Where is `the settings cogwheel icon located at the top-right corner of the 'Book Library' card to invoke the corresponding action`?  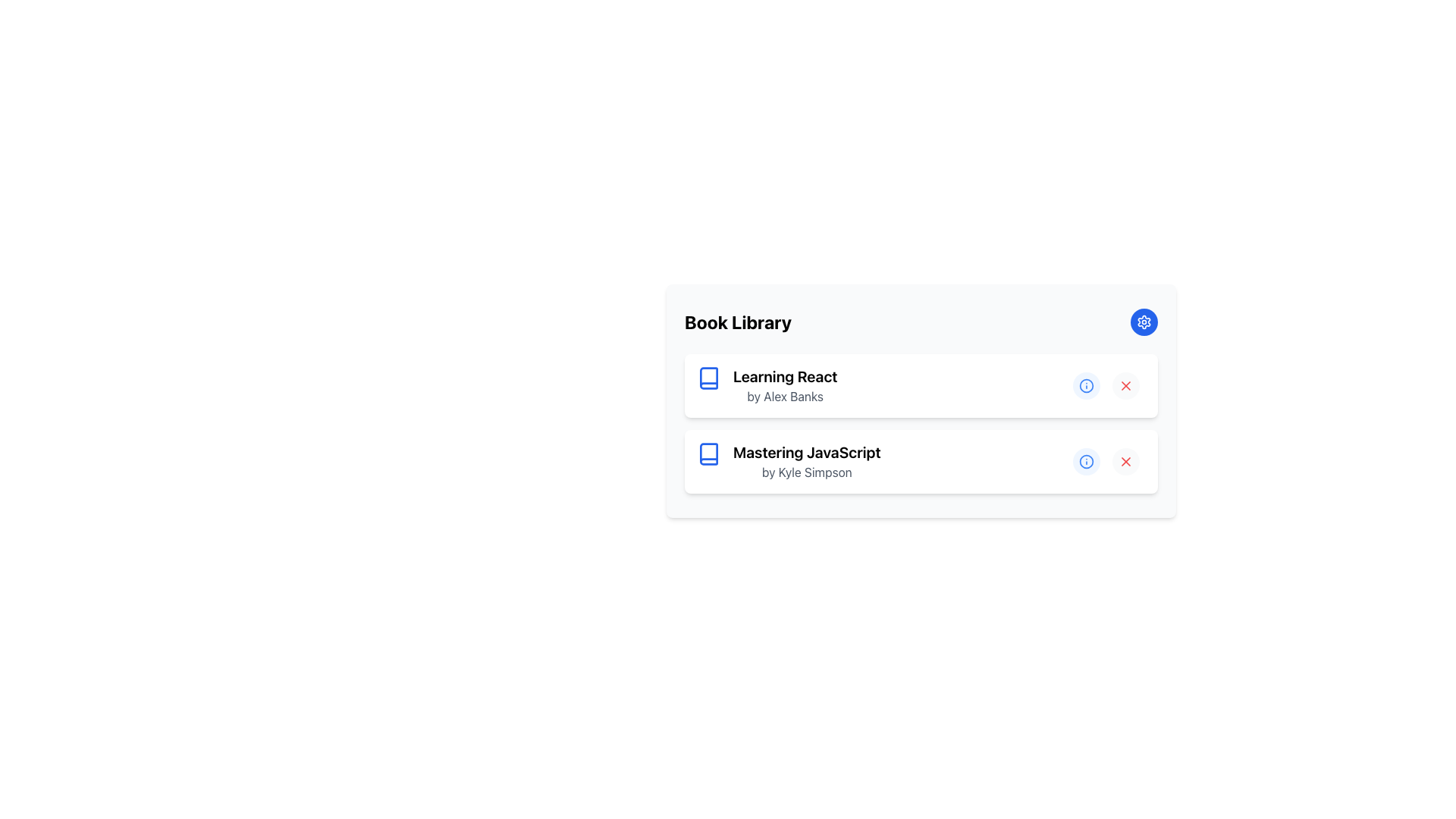 the settings cogwheel icon located at the top-right corner of the 'Book Library' card to invoke the corresponding action is located at coordinates (1144, 321).